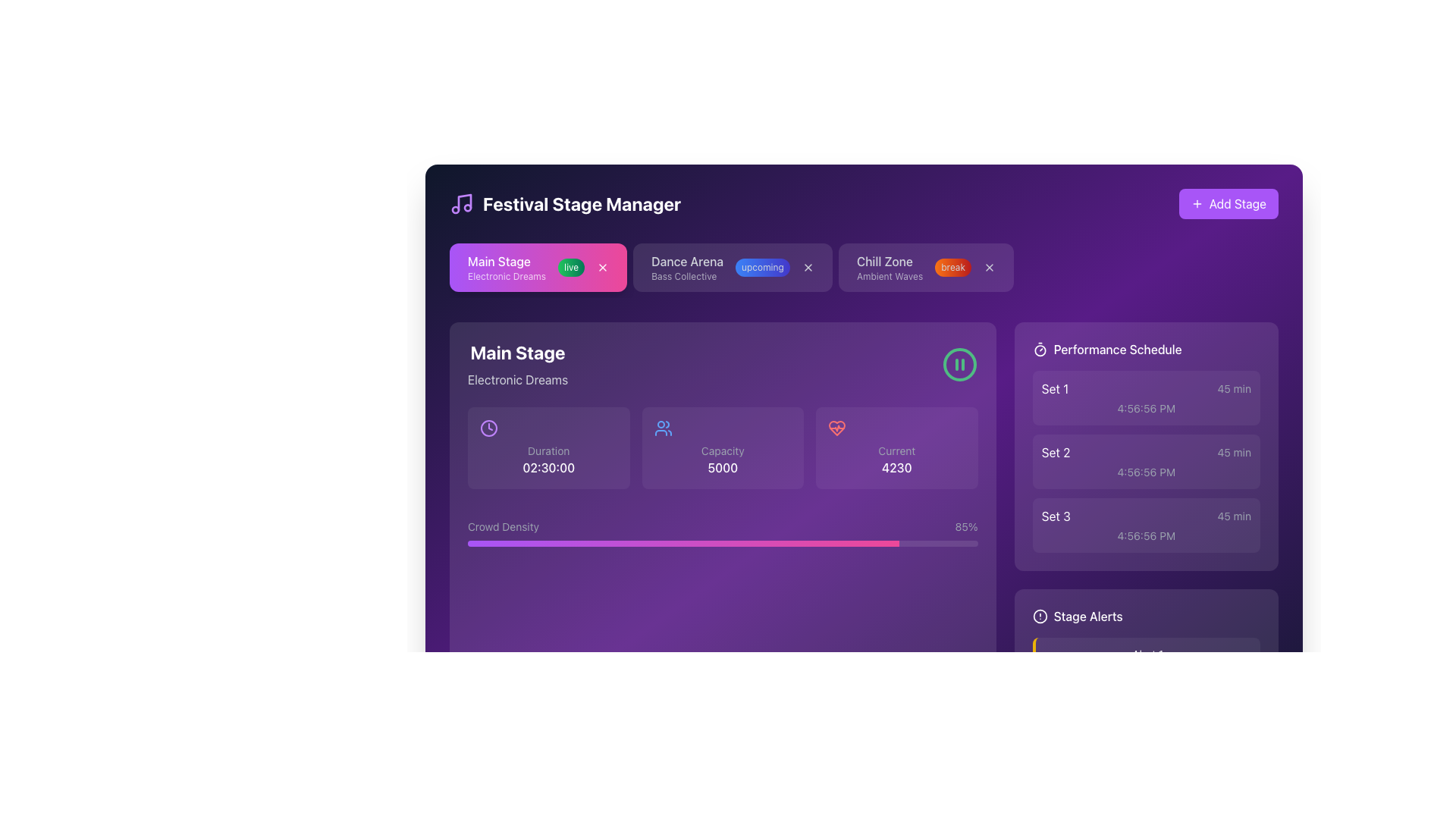 The height and width of the screenshot is (819, 1456). I want to click on the control button located on the right side of the 'Main Stage' and 'Electronic Dreams' texts, so click(959, 365).